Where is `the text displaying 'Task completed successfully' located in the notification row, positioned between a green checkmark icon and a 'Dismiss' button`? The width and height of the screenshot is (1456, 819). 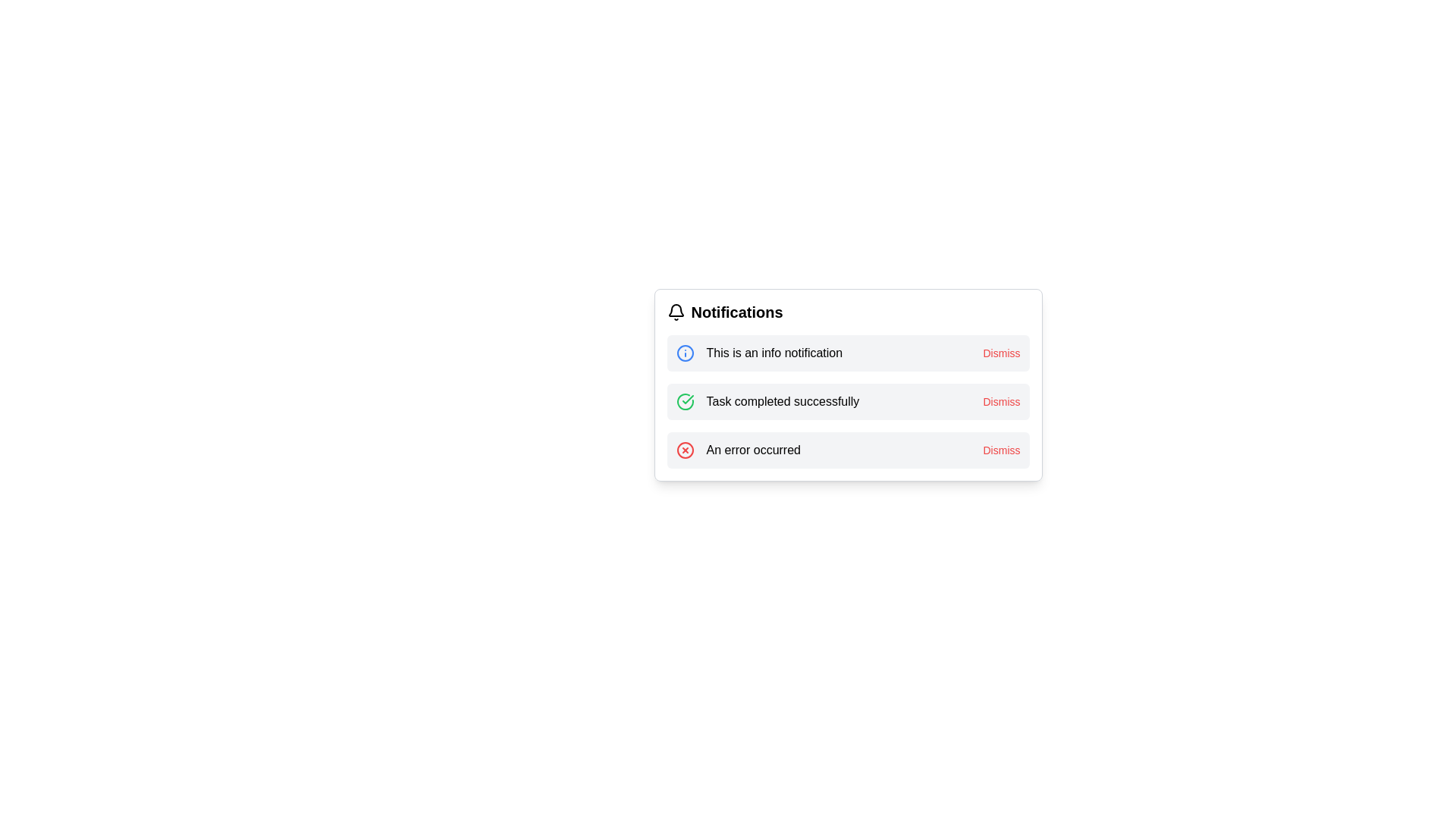
the text displaying 'Task completed successfully' located in the notification row, positioned between a green checkmark icon and a 'Dismiss' button is located at coordinates (783, 400).